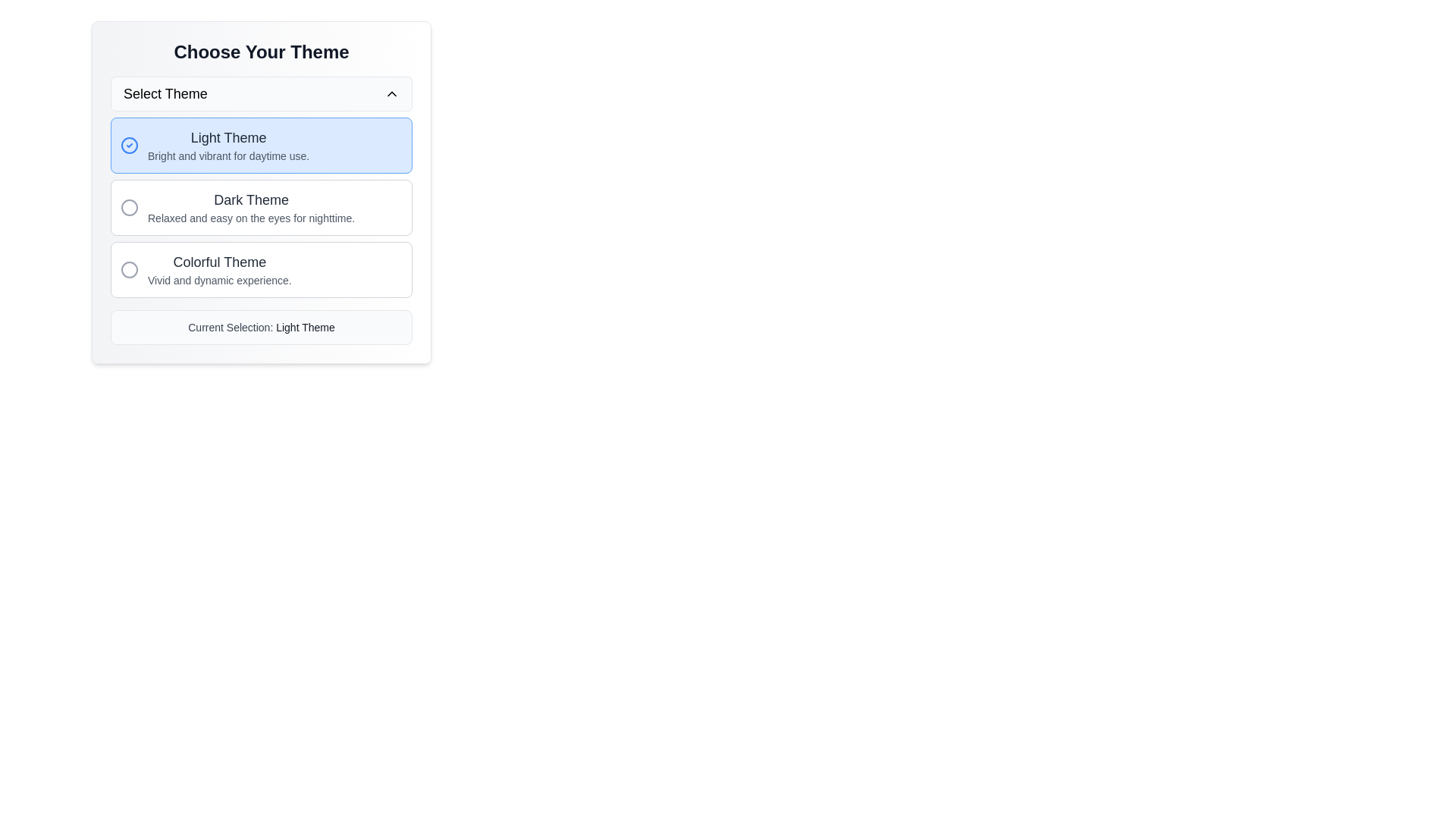 This screenshot has width=1456, height=819. Describe the element at coordinates (305, 327) in the screenshot. I see `the static text element displaying 'Light Theme' within the thematic chooser interface, which is part of the phrase 'Current Selection: Light Theme'` at that location.